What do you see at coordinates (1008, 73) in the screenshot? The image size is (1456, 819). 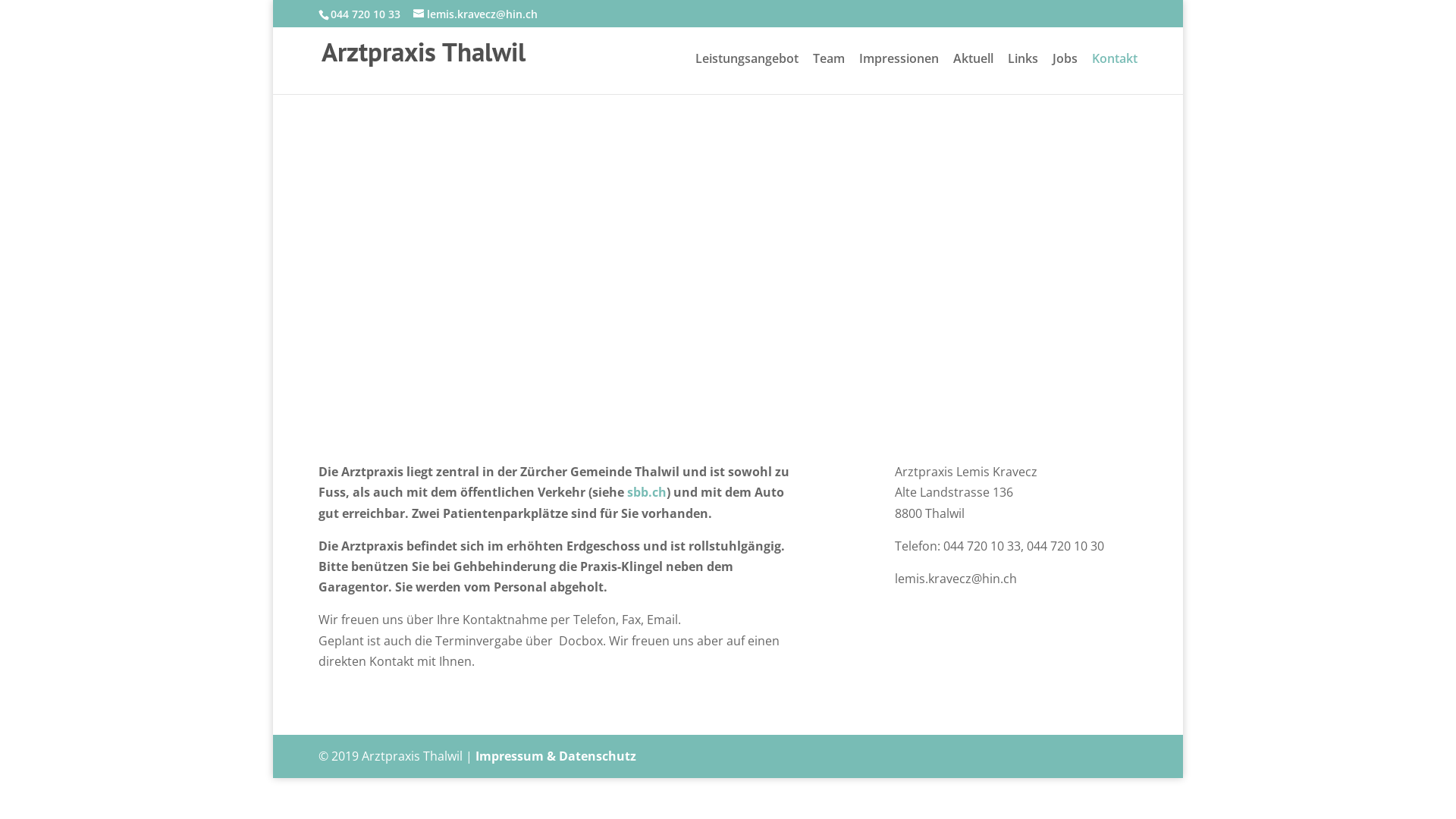 I see `'Links'` at bounding box center [1008, 73].